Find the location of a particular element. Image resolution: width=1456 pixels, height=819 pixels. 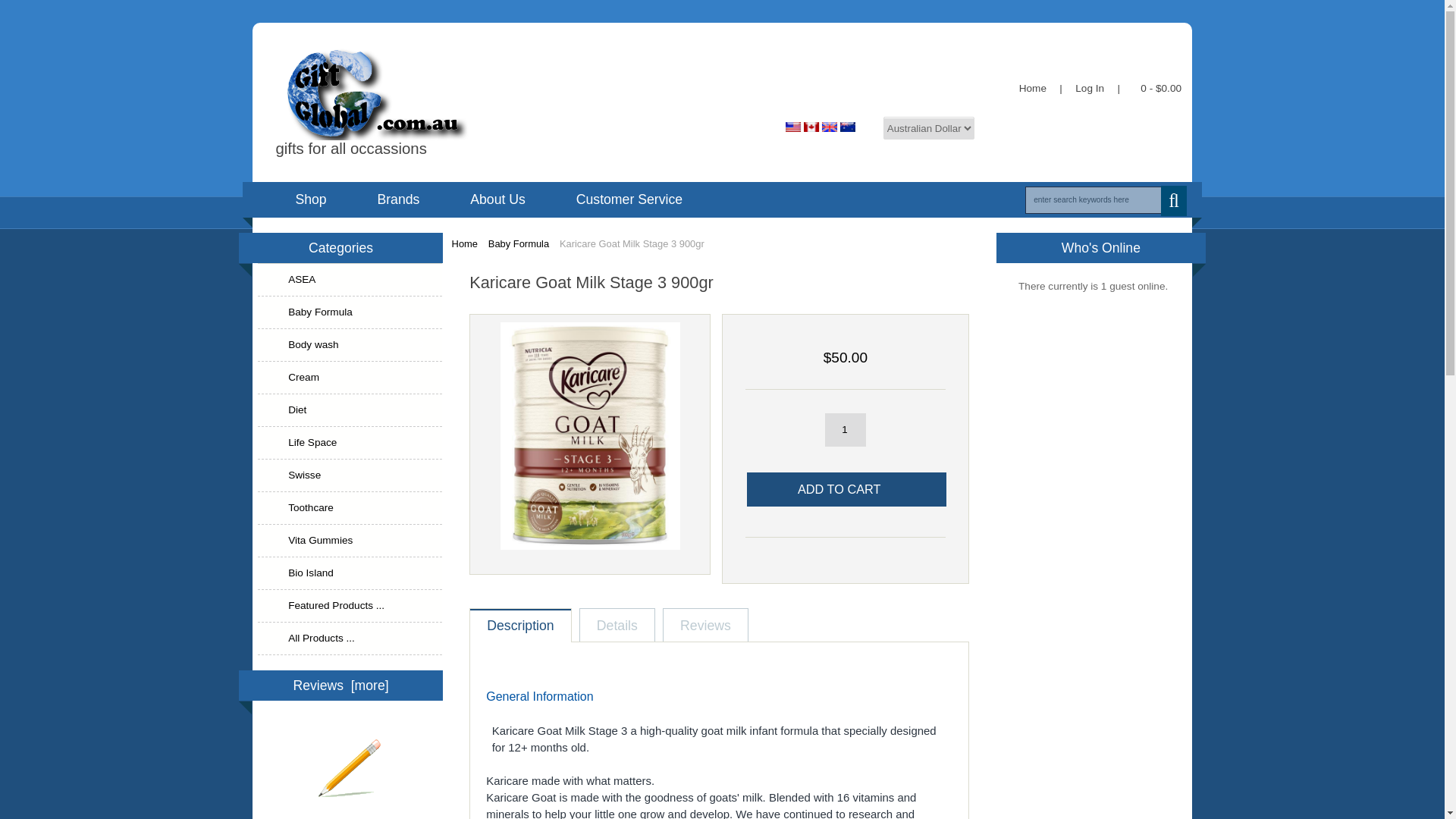

'Add to Cart' is located at coordinates (846, 489).